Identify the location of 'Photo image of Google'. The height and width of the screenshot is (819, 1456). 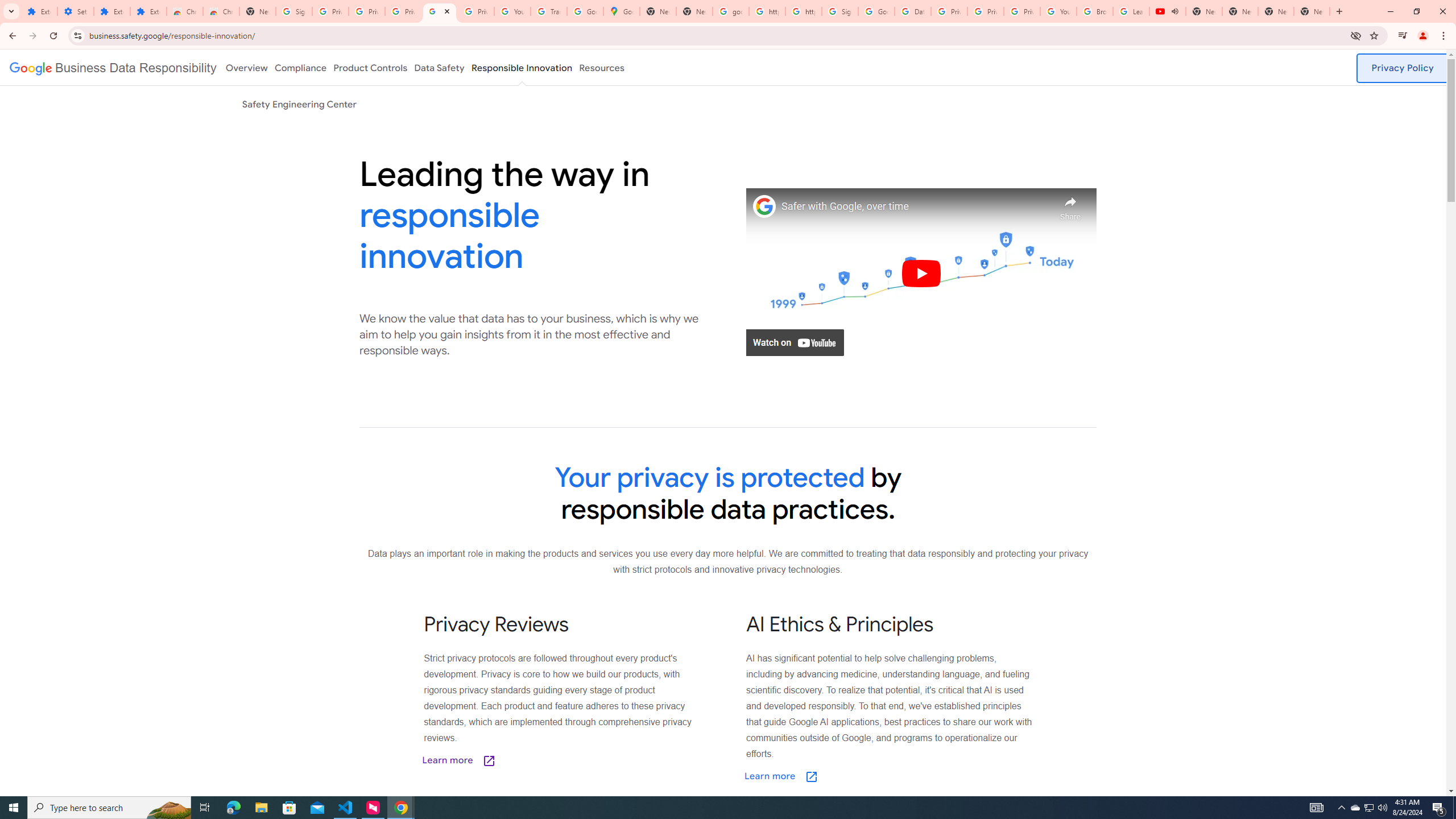
(764, 205).